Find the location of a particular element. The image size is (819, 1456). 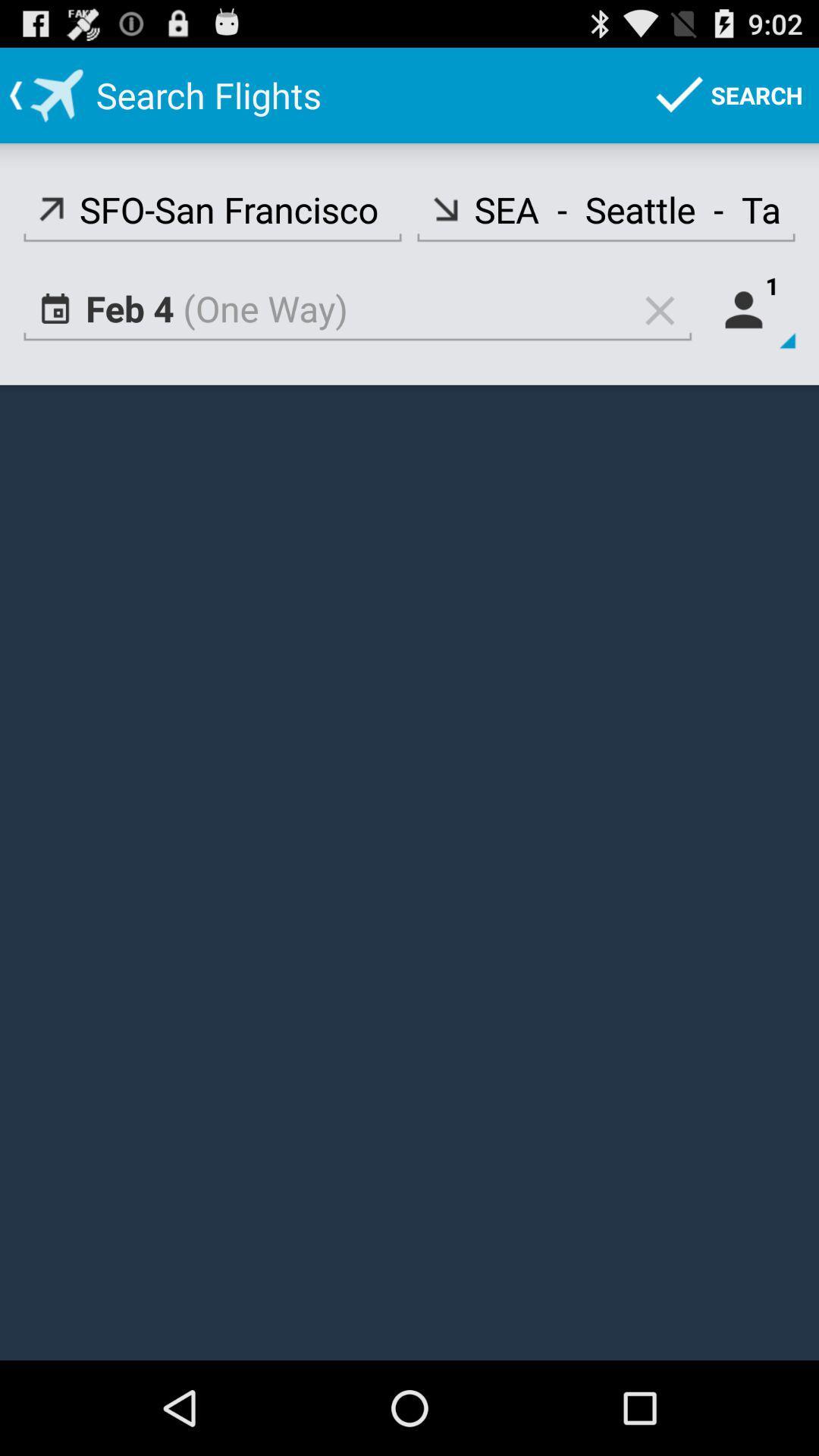

the avatar icon is located at coordinates (751, 330).